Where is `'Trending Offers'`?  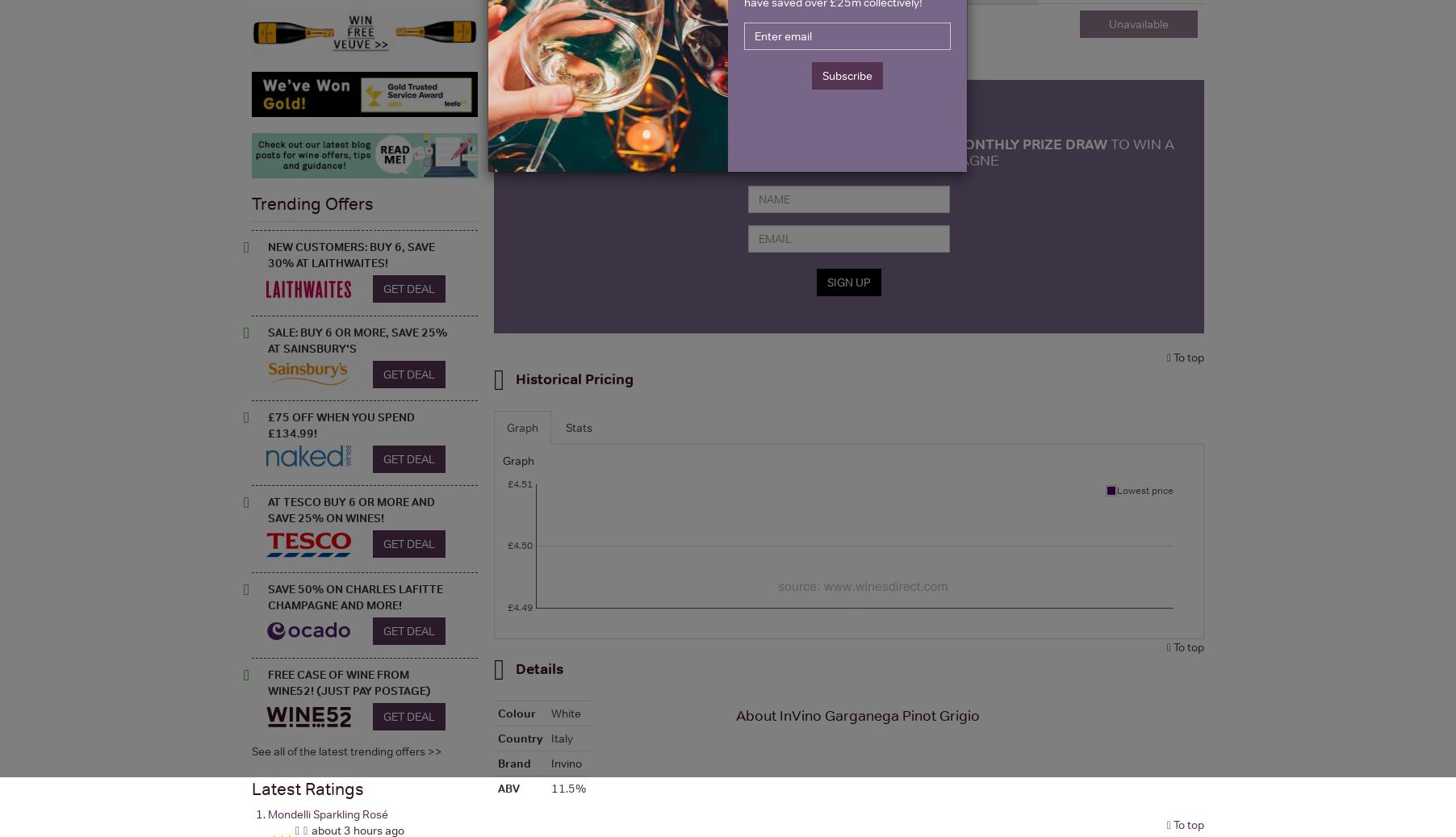 'Trending Offers' is located at coordinates (312, 202).